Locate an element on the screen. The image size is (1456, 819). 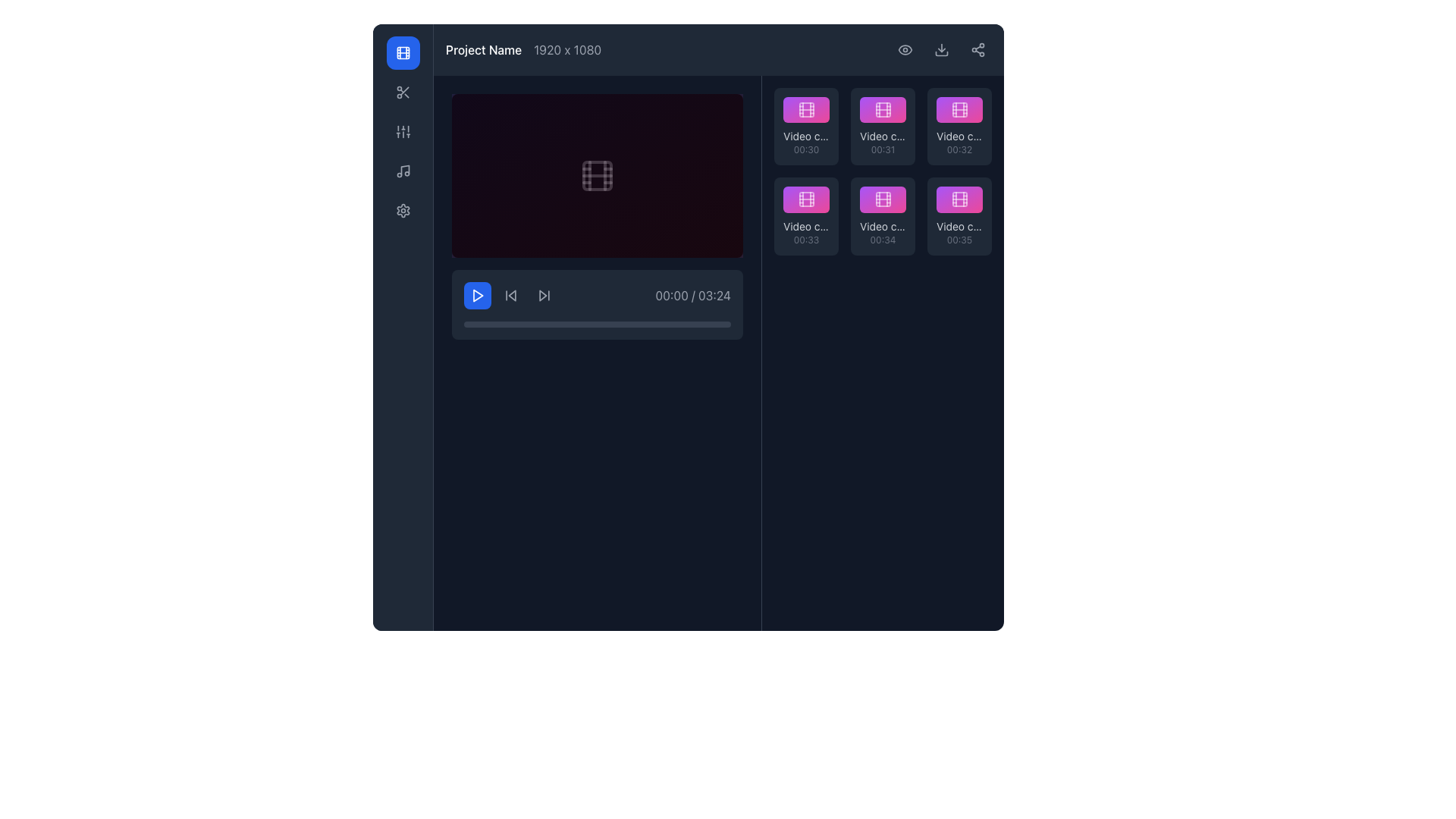
the progress bar is located at coordinates (679, 324).